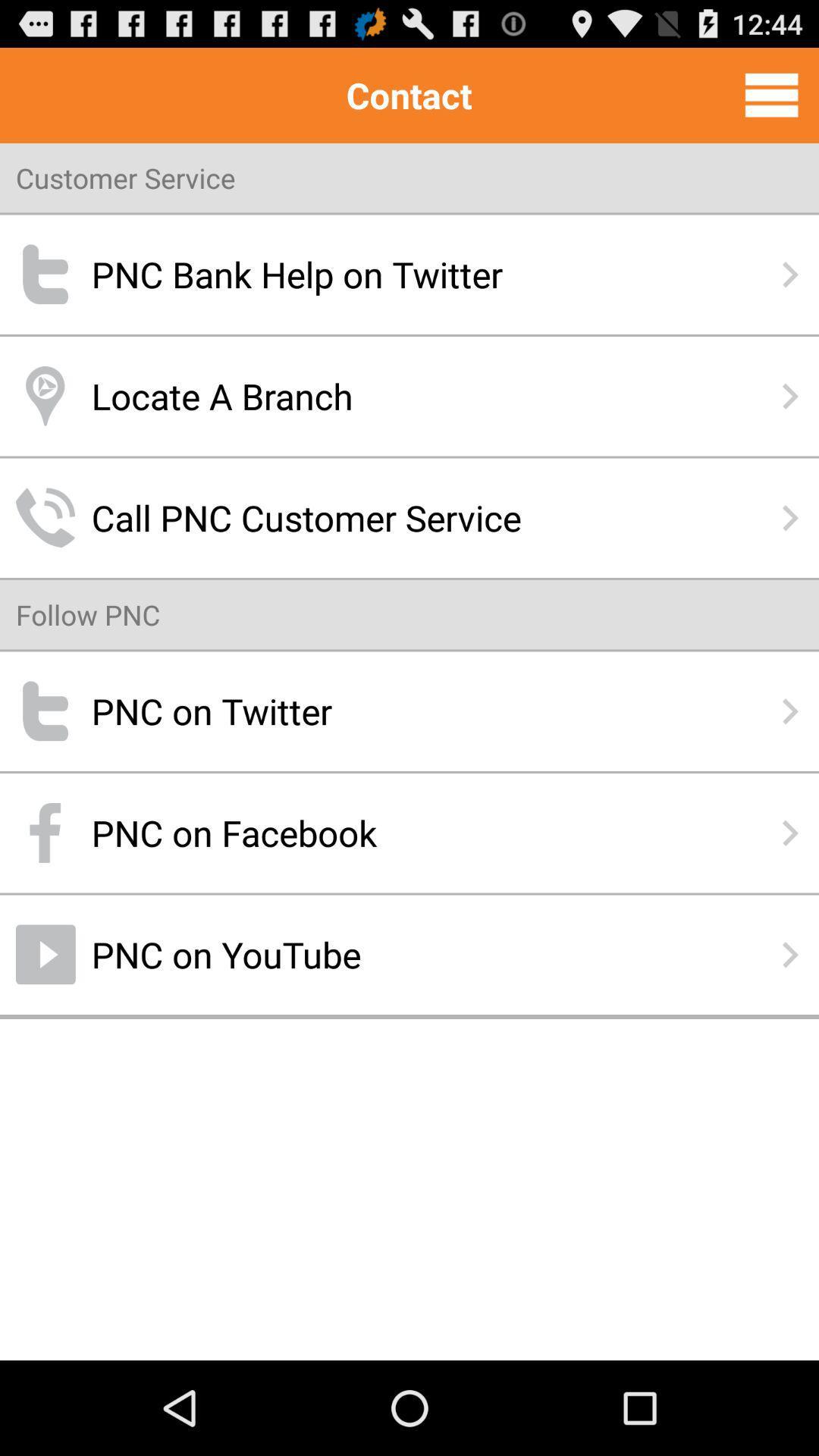 This screenshot has height=1456, width=819. I want to click on the icon next to the contact icon, so click(771, 94).